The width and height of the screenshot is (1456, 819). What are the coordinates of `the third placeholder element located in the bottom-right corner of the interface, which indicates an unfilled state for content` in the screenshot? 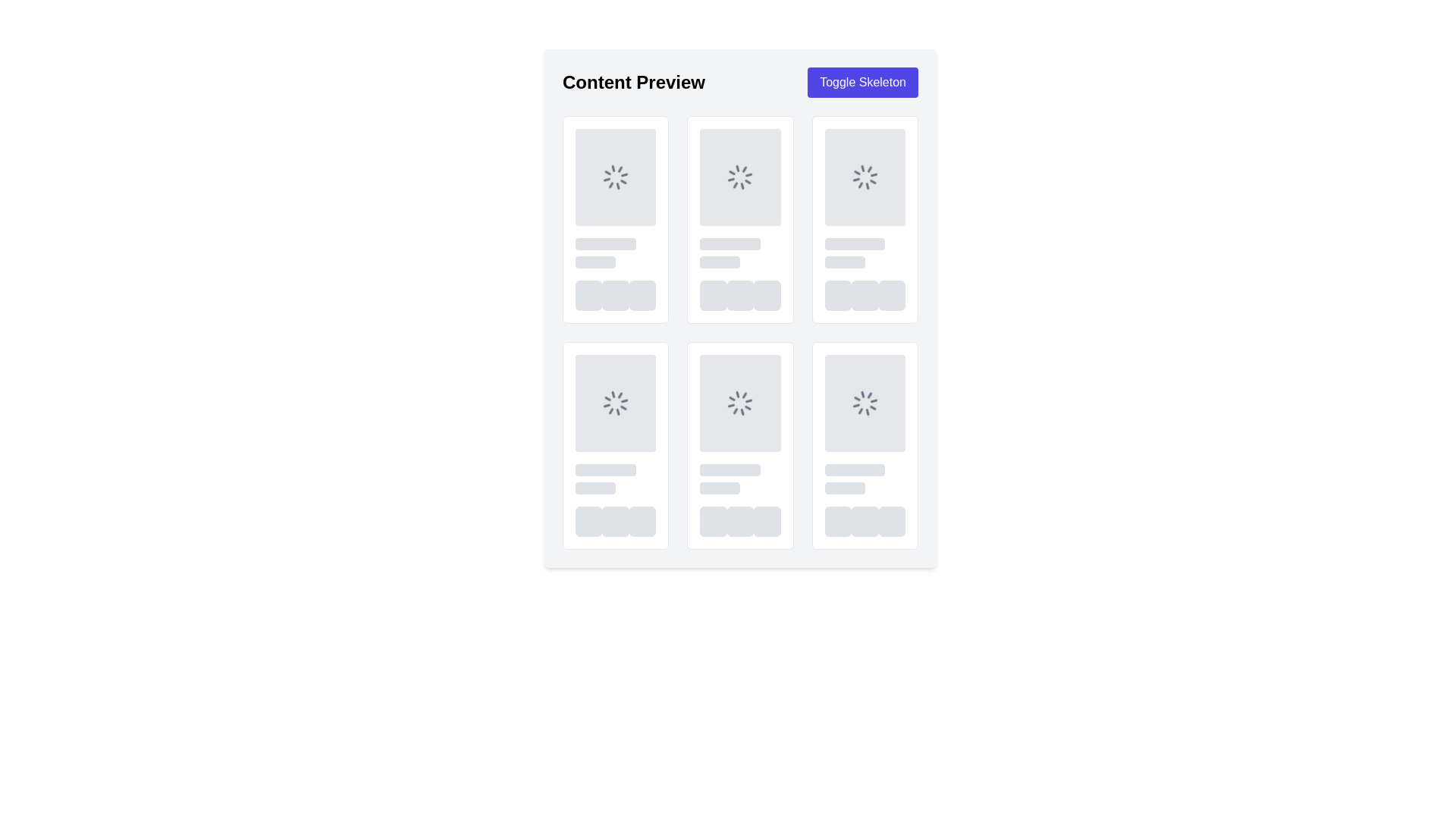 It's located at (892, 520).